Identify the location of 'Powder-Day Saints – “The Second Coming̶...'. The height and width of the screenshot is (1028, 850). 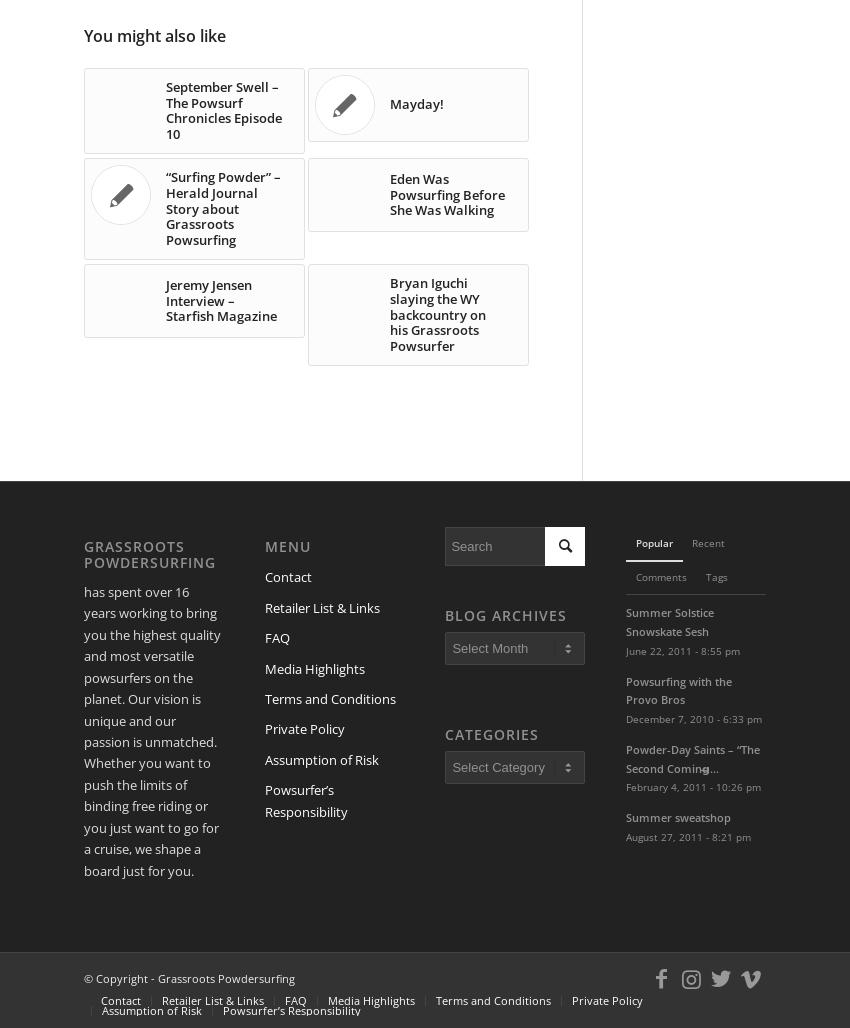
(692, 757).